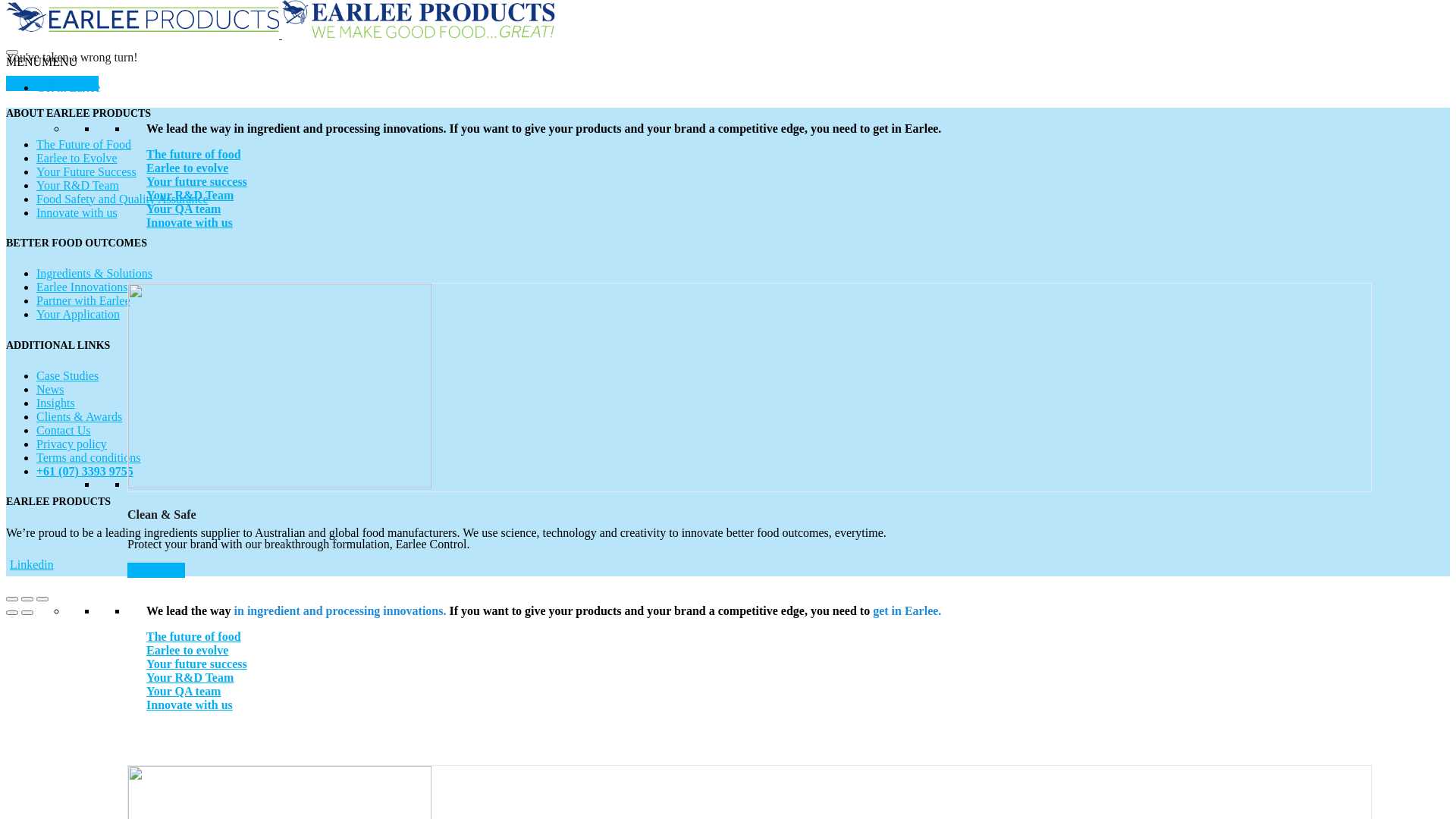 This screenshot has height=819, width=1456. What do you see at coordinates (11, 611) in the screenshot?
I see `'Previous (arrow left)'` at bounding box center [11, 611].